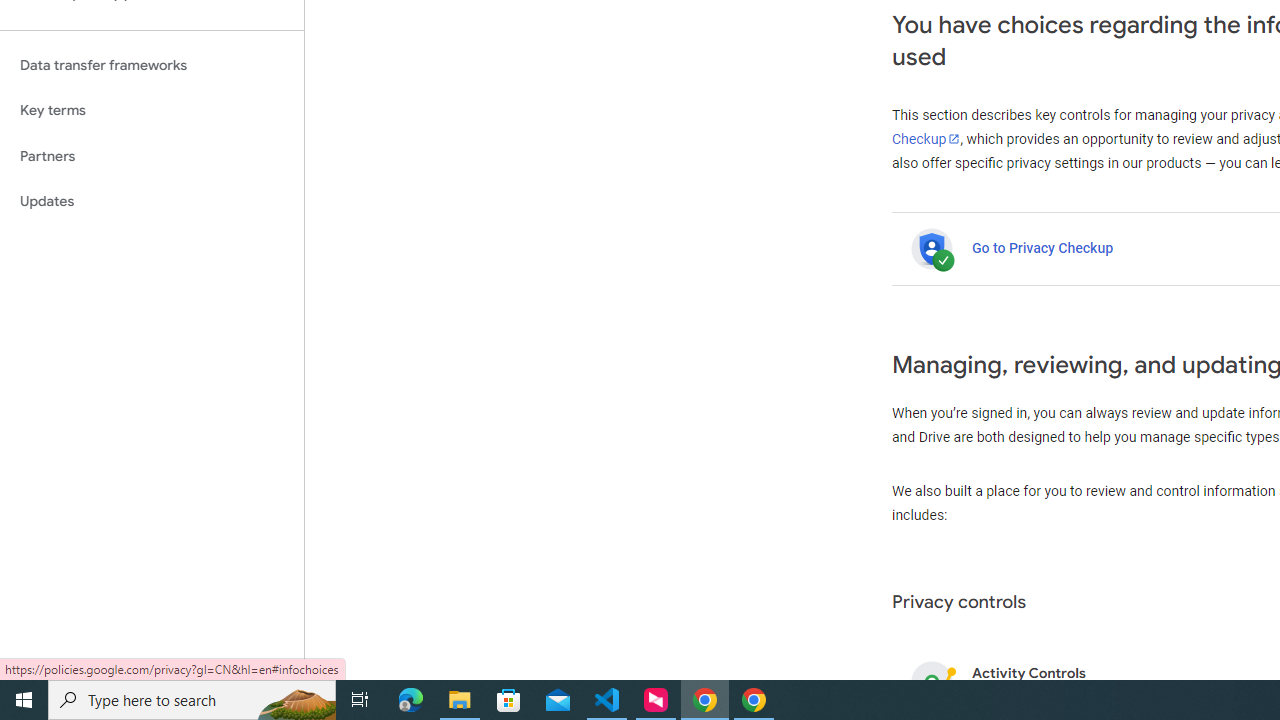 Image resolution: width=1280 pixels, height=720 pixels. I want to click on 'Data transfer frameworks', so click(151, 64).